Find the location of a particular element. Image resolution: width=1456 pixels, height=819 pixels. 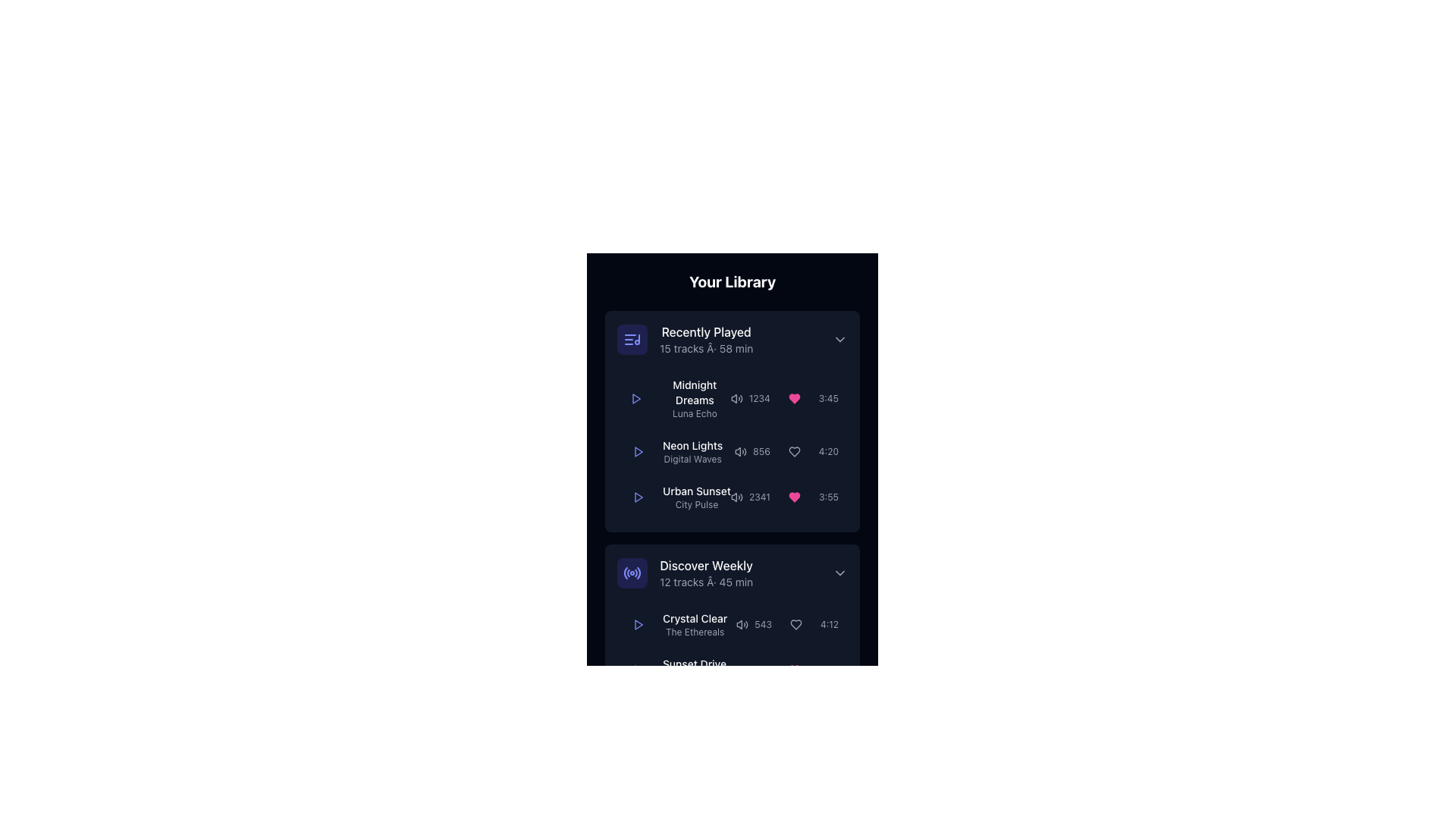

the label displaying the number of plays or listens for the 'Crystal Clear' track in the 'Discover Weekly' section to associate the number with the corresponding track is located at coordinates (754, 625).